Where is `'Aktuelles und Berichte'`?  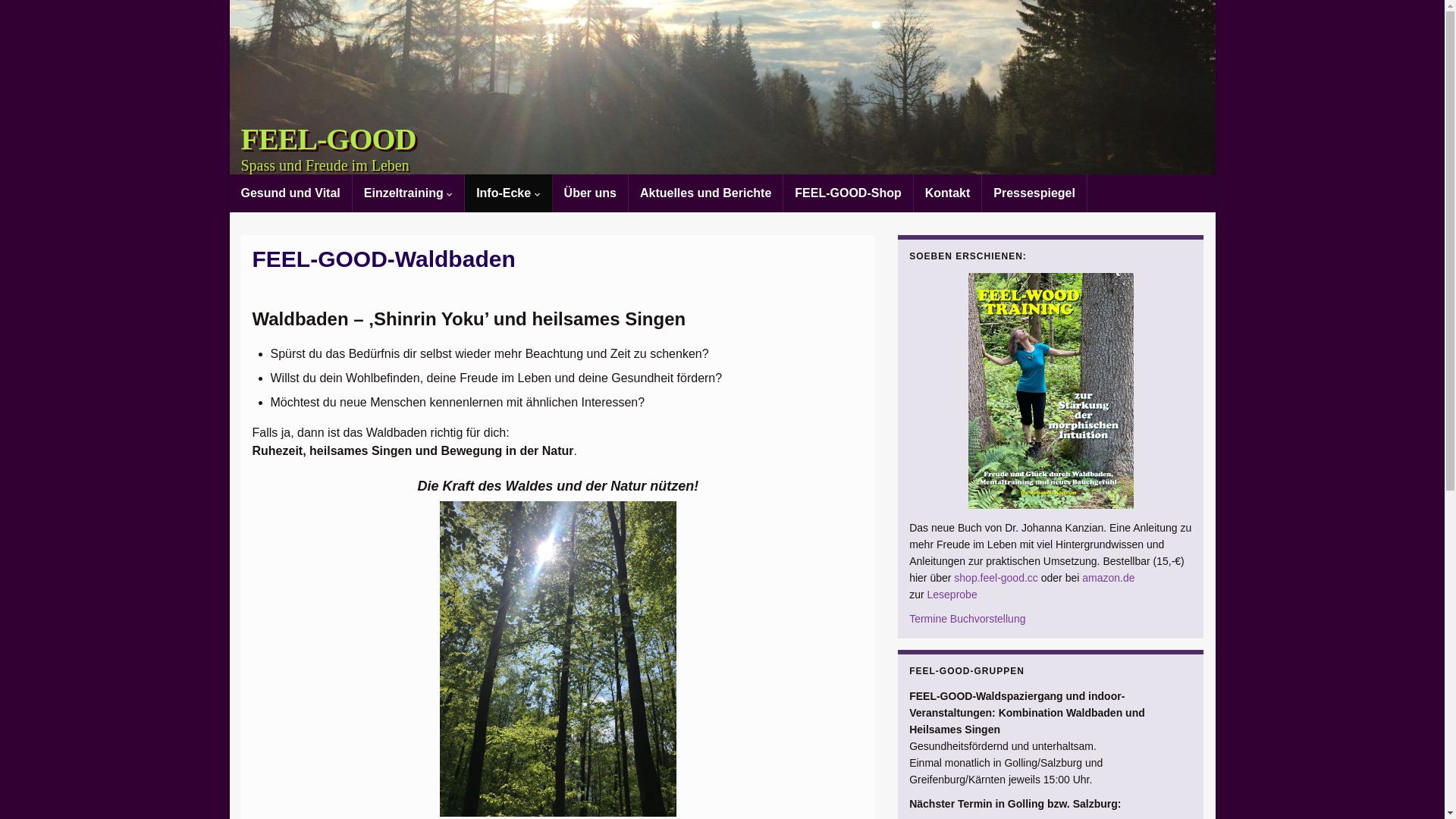 'Aktuelles und Berichte' is located at coordinates (704, 192).